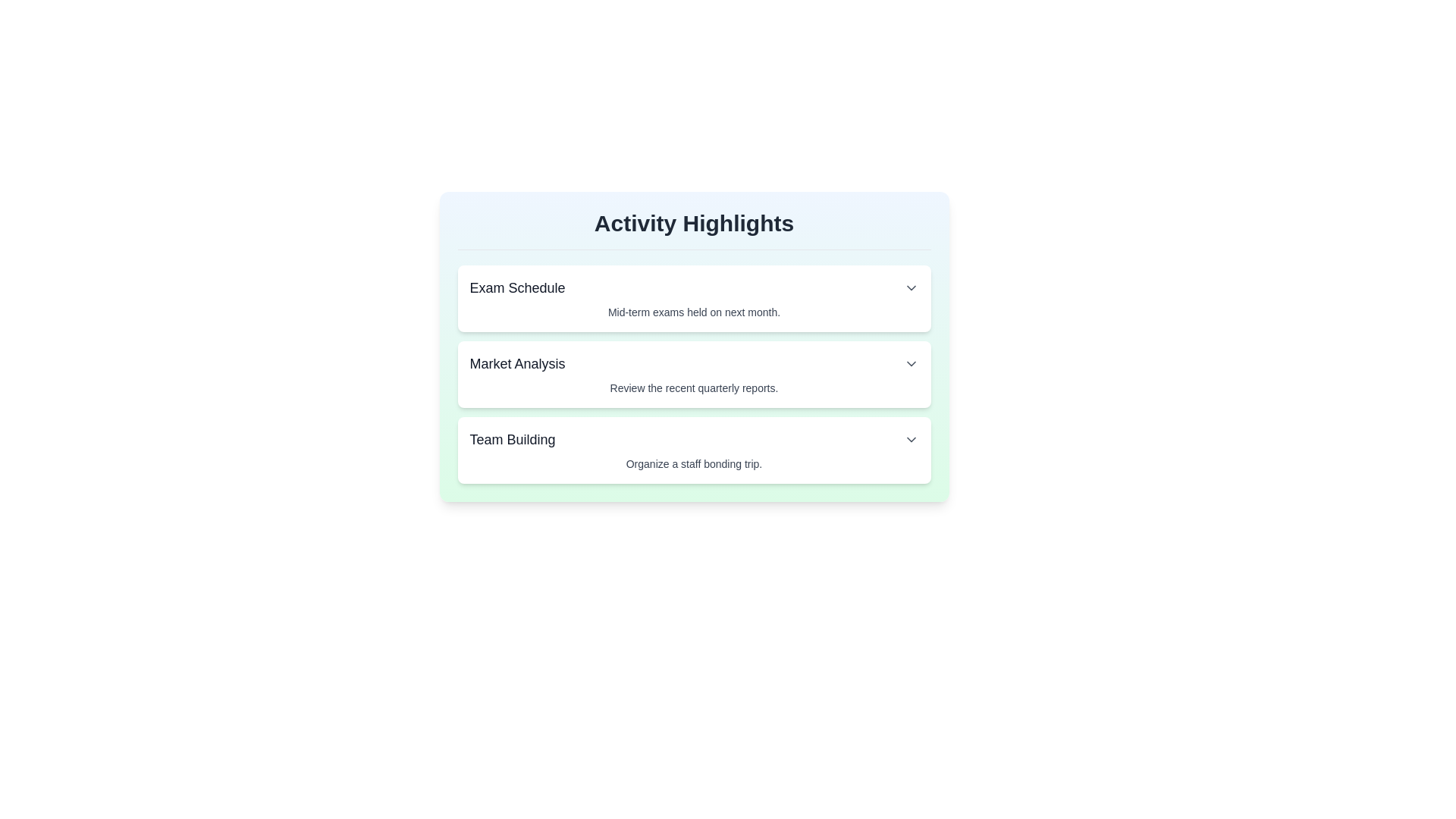  I want to click on the dropdown icon of the item titled 'Team Building' to toggle its details, so click(910, 439).